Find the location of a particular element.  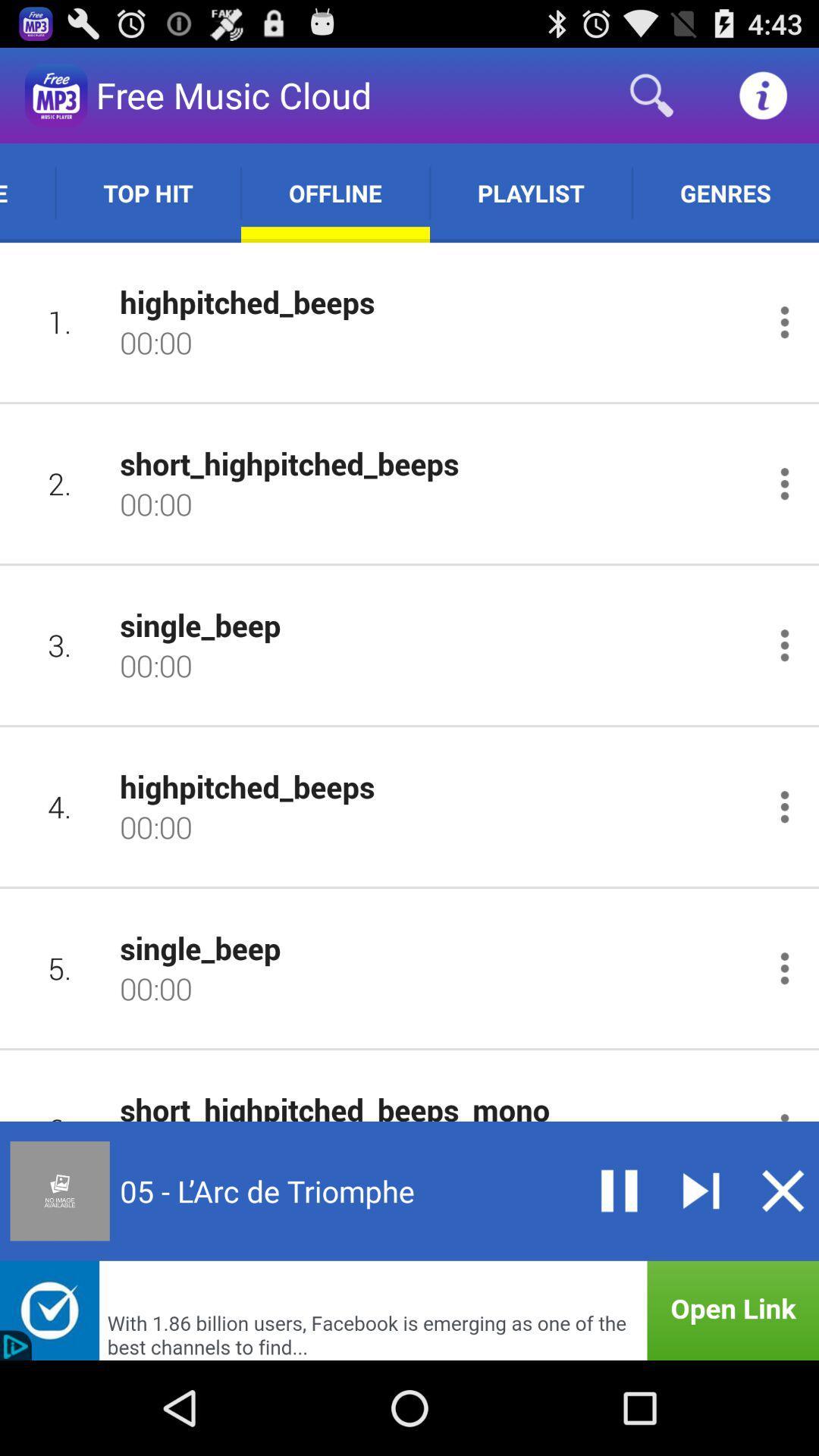

stop playing is located at coordinates (783, 1190).